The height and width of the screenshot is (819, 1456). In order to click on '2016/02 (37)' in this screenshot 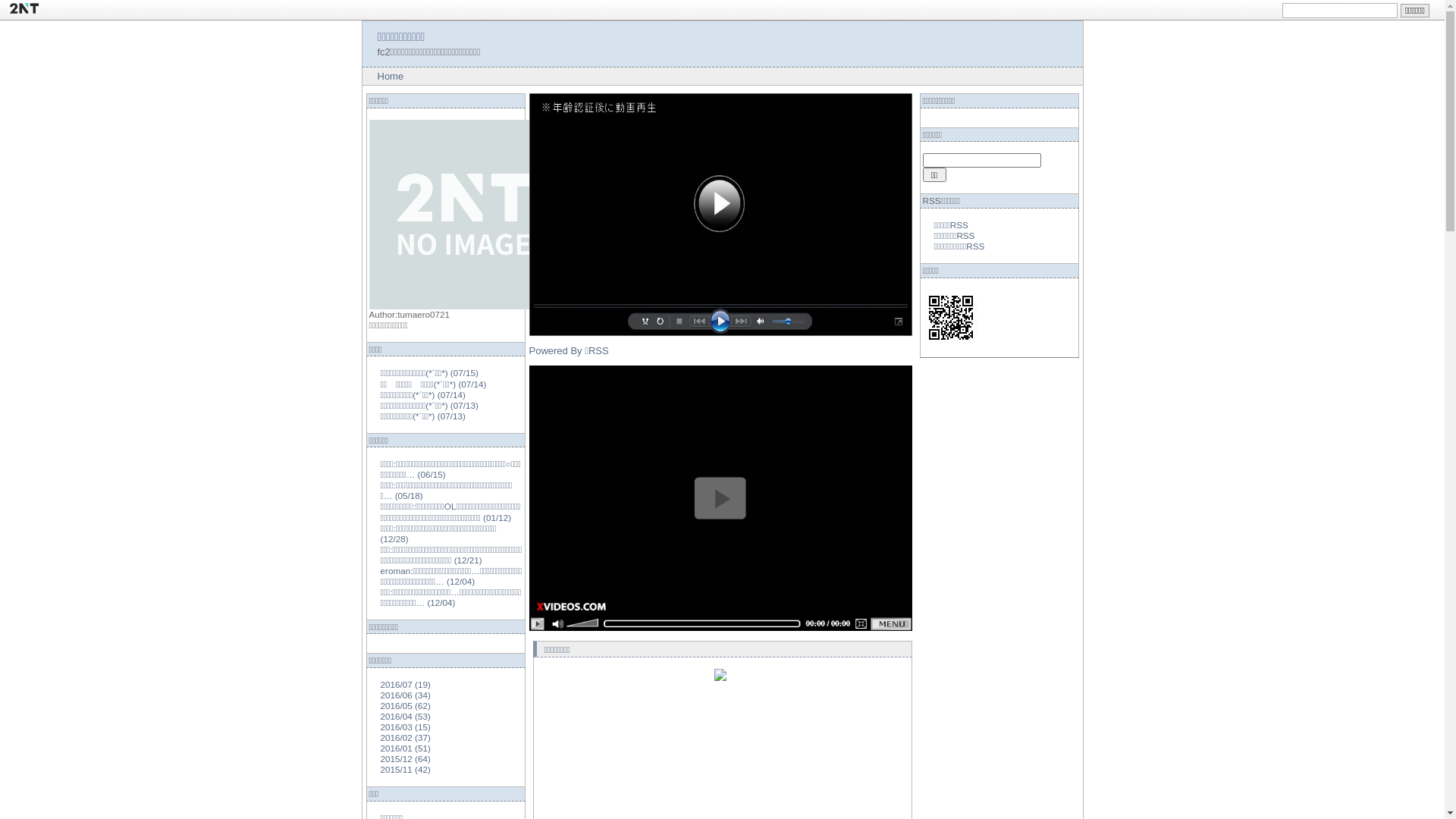, I will do `click(405, 736)`.